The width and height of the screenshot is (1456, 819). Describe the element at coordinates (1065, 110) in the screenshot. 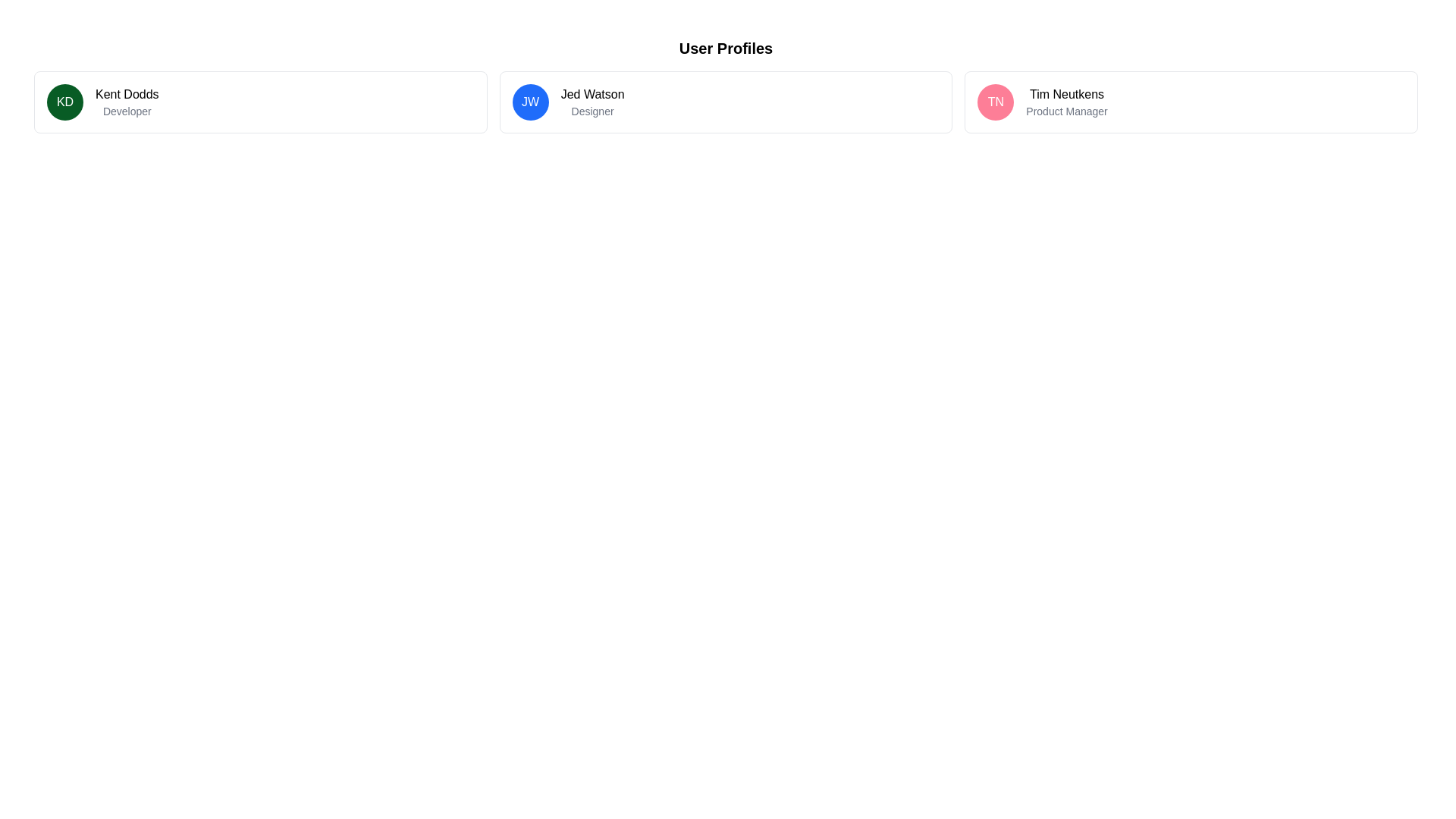

I see `text label providing contextual information about Tim Neutkens located underneath his name in the user profile card` at that location.